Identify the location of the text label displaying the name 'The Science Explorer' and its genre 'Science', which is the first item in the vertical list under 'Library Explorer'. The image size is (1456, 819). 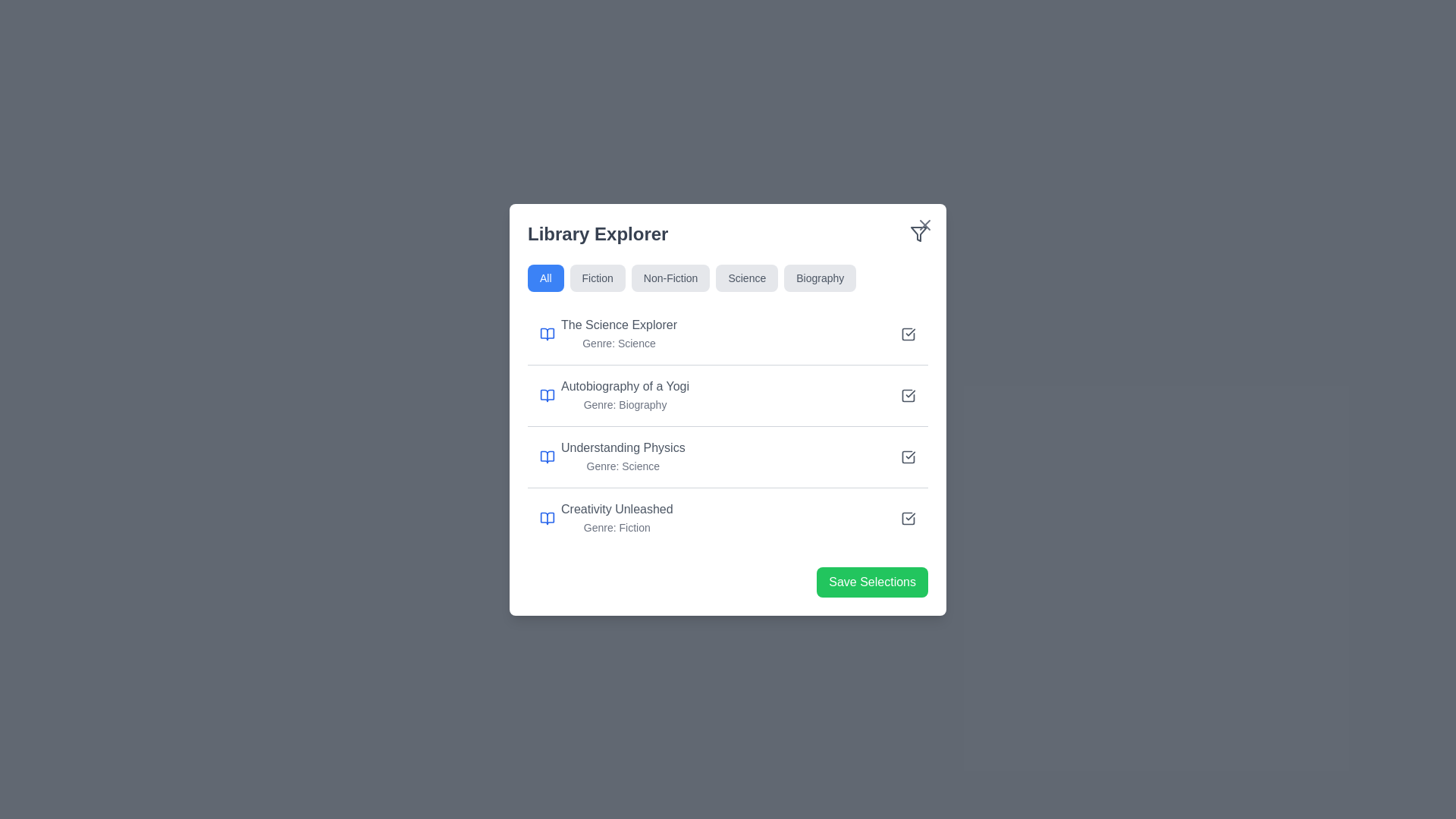
(619, 333).